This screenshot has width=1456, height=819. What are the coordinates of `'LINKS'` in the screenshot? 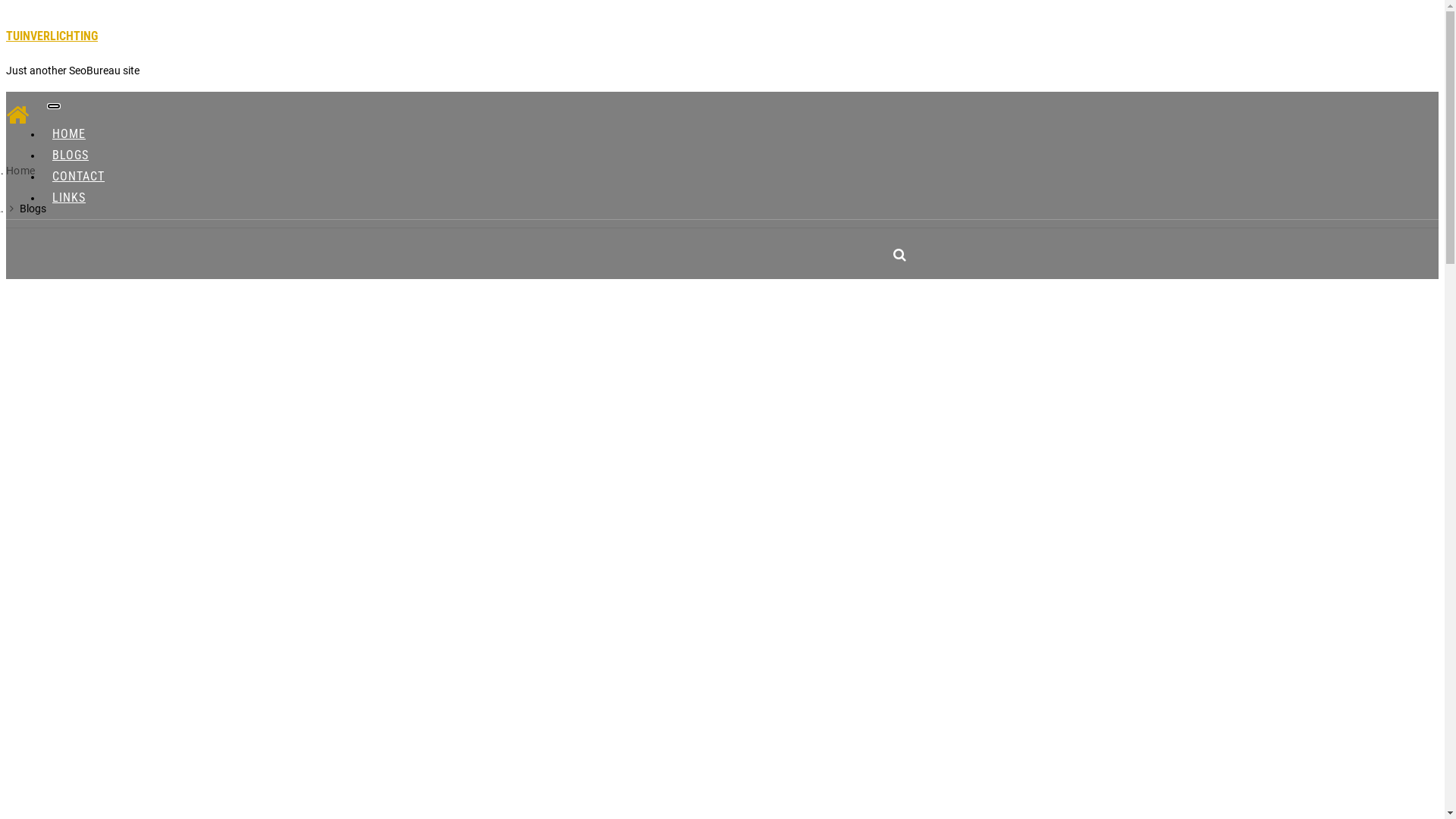 It's located at (68, 196).